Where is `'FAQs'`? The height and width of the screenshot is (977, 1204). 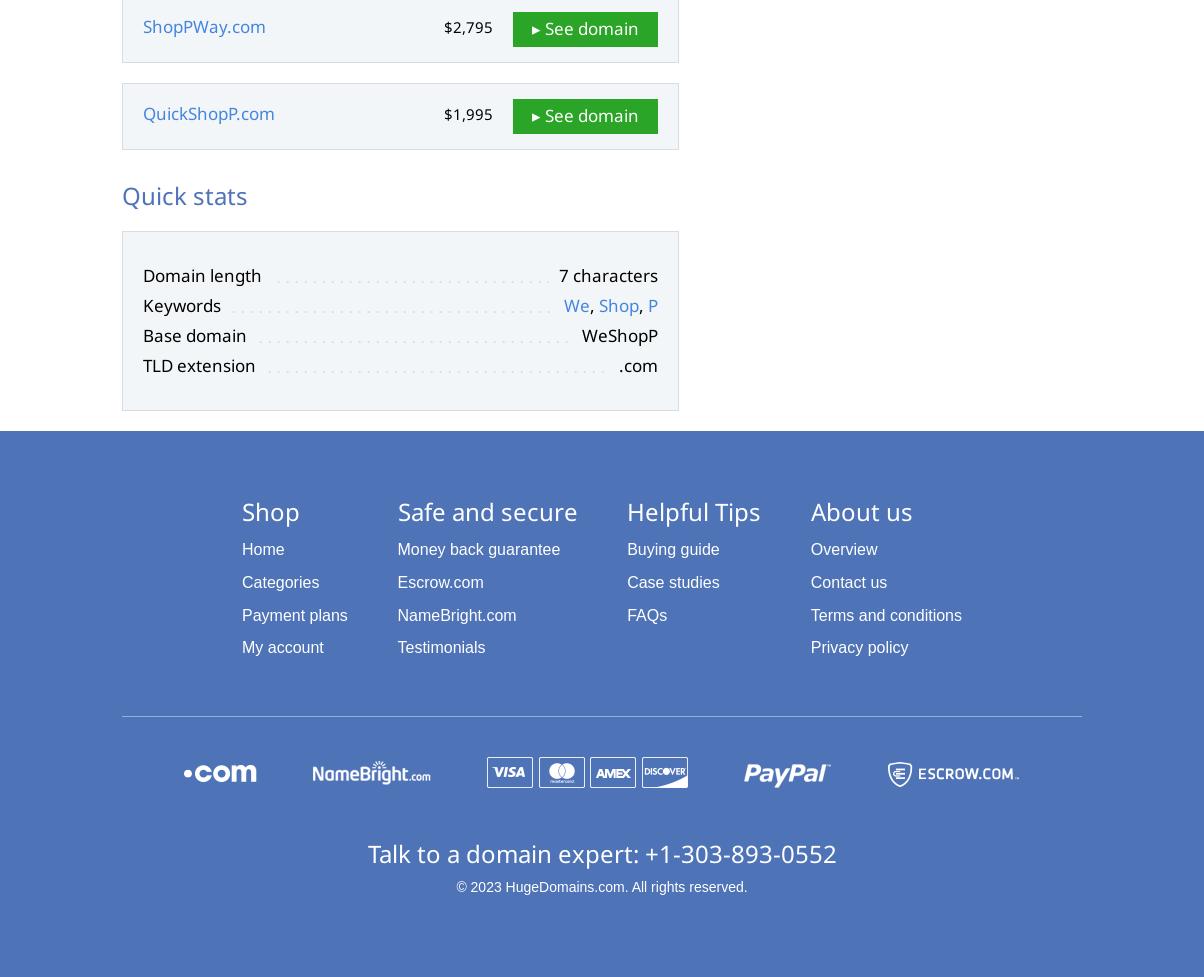
'FAQs' is located at coordinates (647, 613).